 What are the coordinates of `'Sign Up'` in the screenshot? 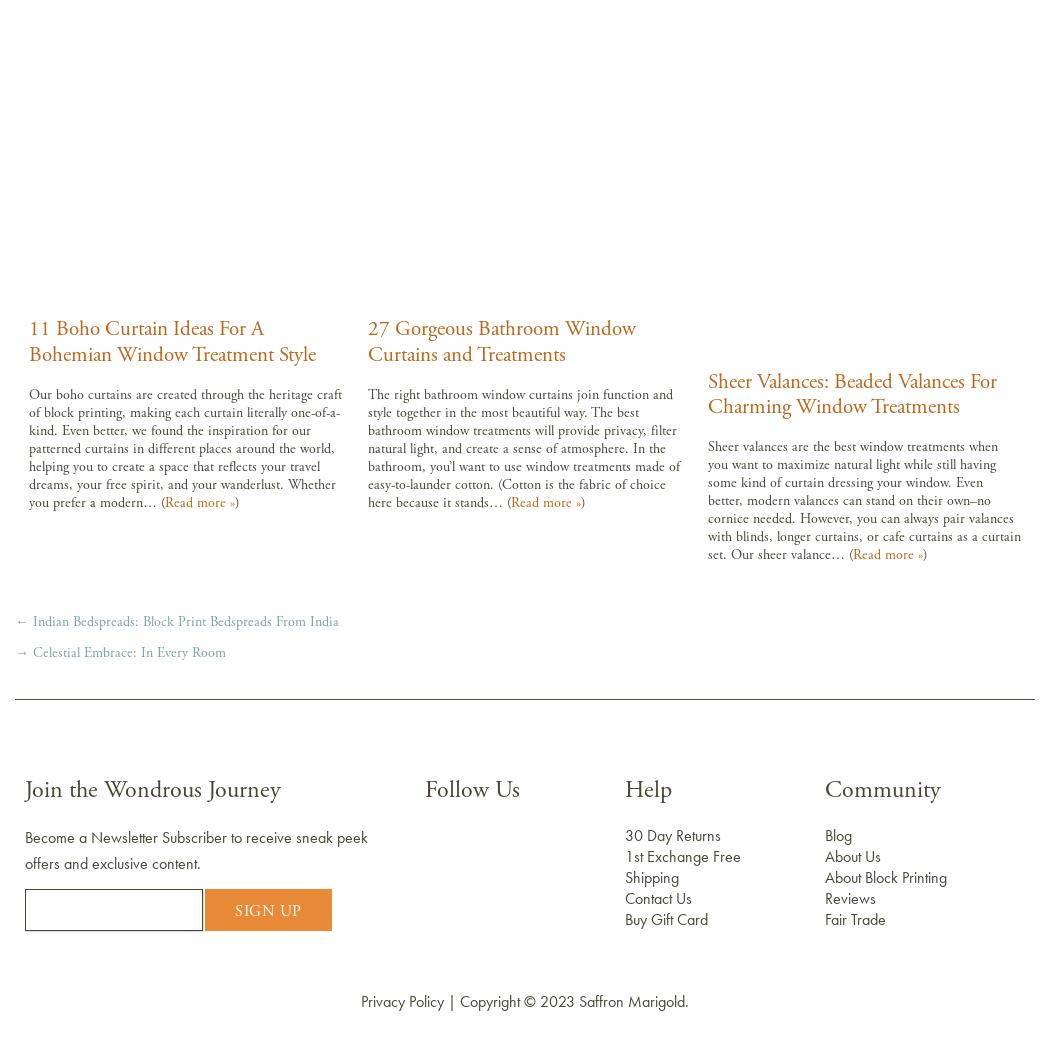 It's located at (266, 910).